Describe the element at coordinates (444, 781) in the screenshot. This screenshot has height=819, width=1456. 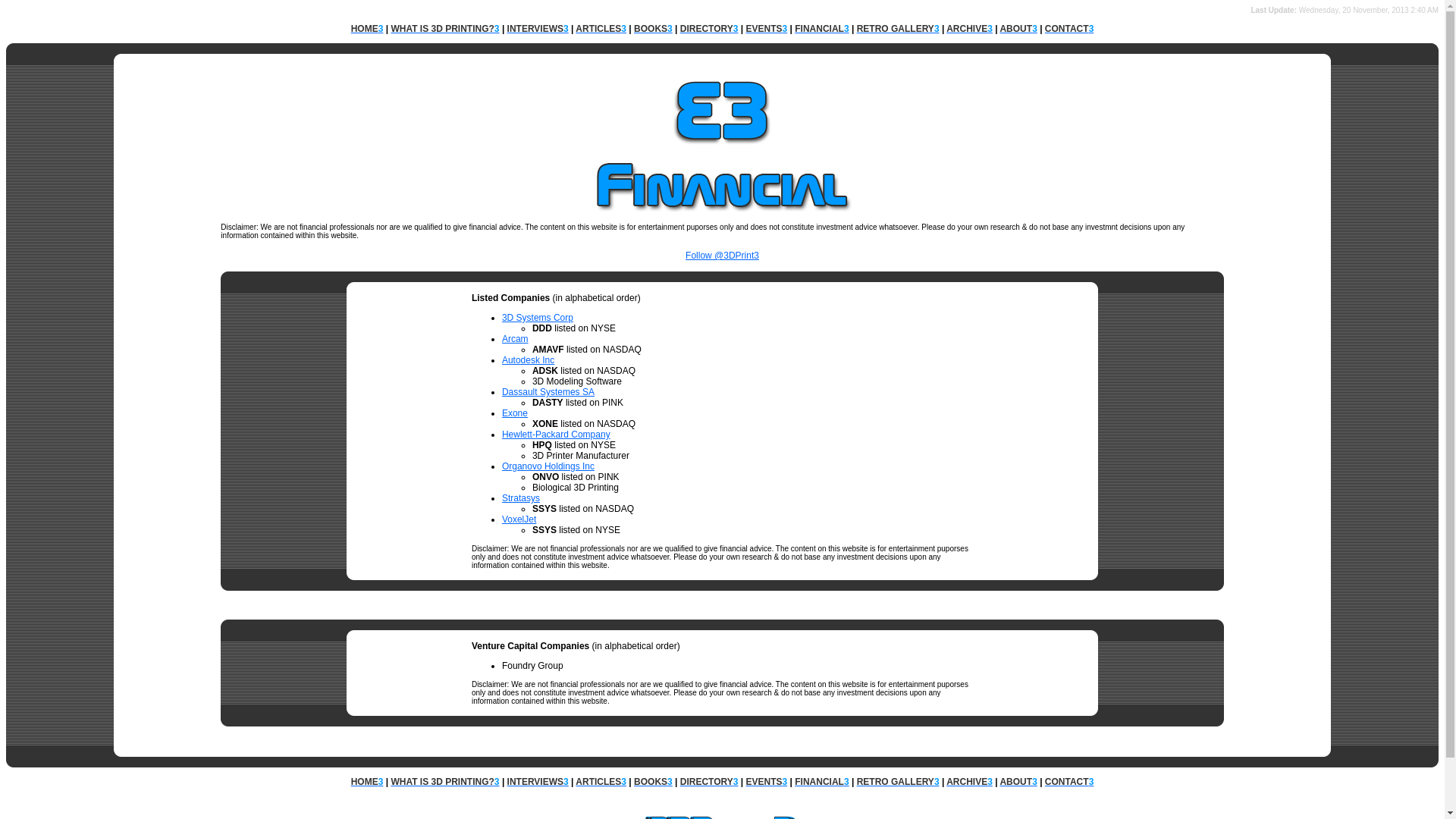
I see `'WHAT IS 3D PRINTING?3'` at that location.